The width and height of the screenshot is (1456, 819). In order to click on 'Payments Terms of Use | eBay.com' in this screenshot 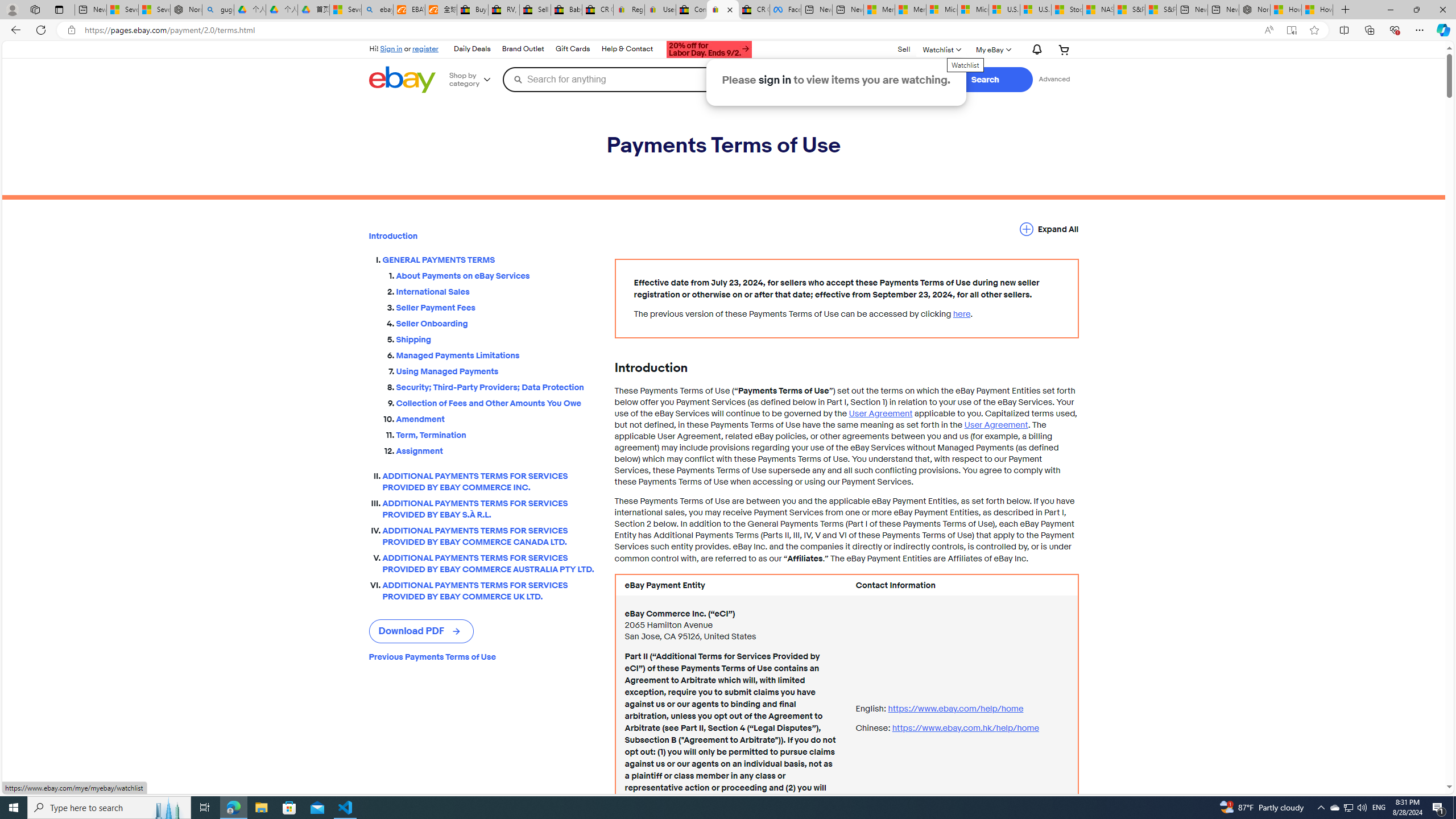, I will do `click(723, 9)`.